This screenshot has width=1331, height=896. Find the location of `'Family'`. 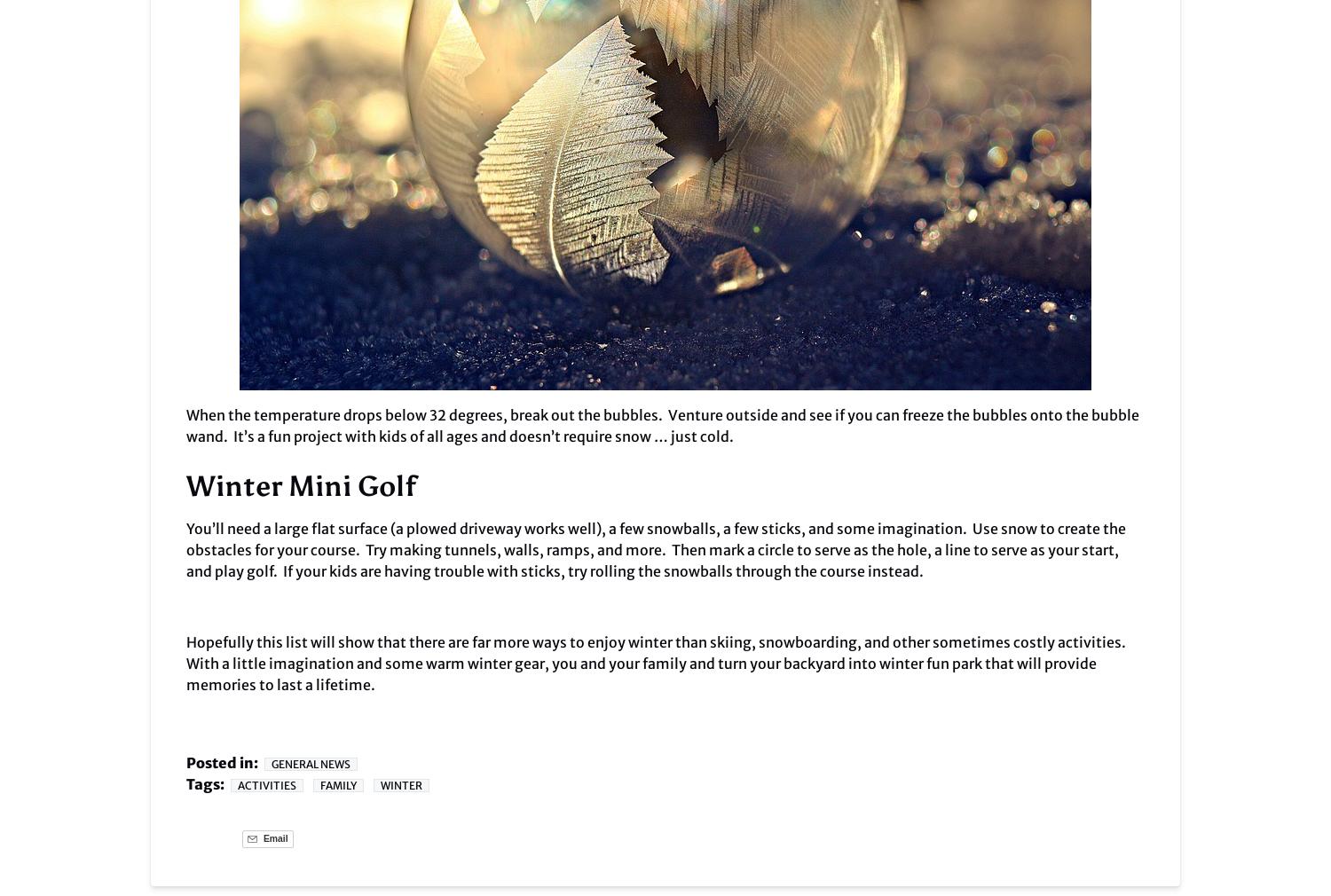

'Family' is located at coordinates (338, 785).